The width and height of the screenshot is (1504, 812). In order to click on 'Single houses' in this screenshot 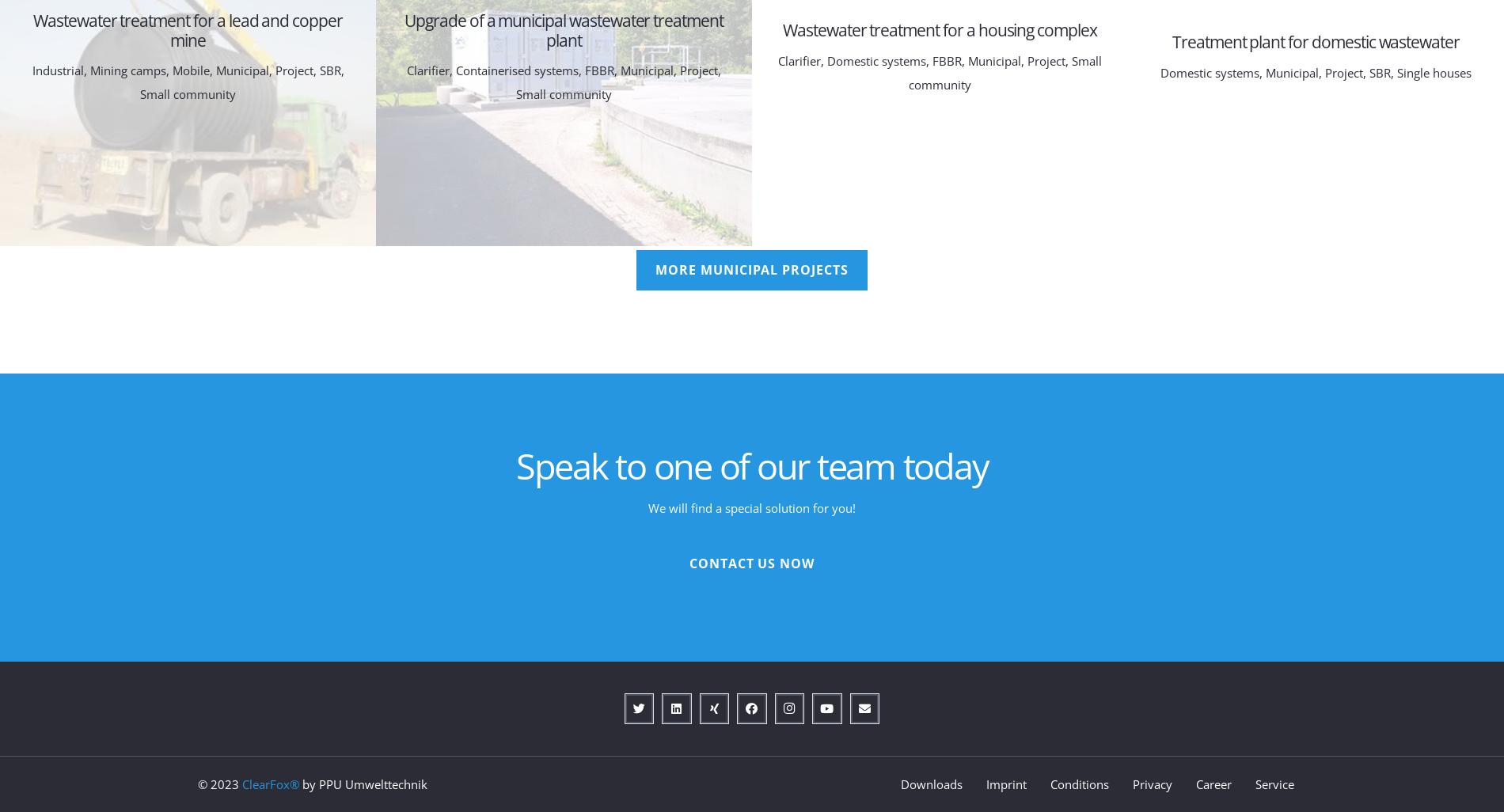, I will do `click(1434, 71)`.